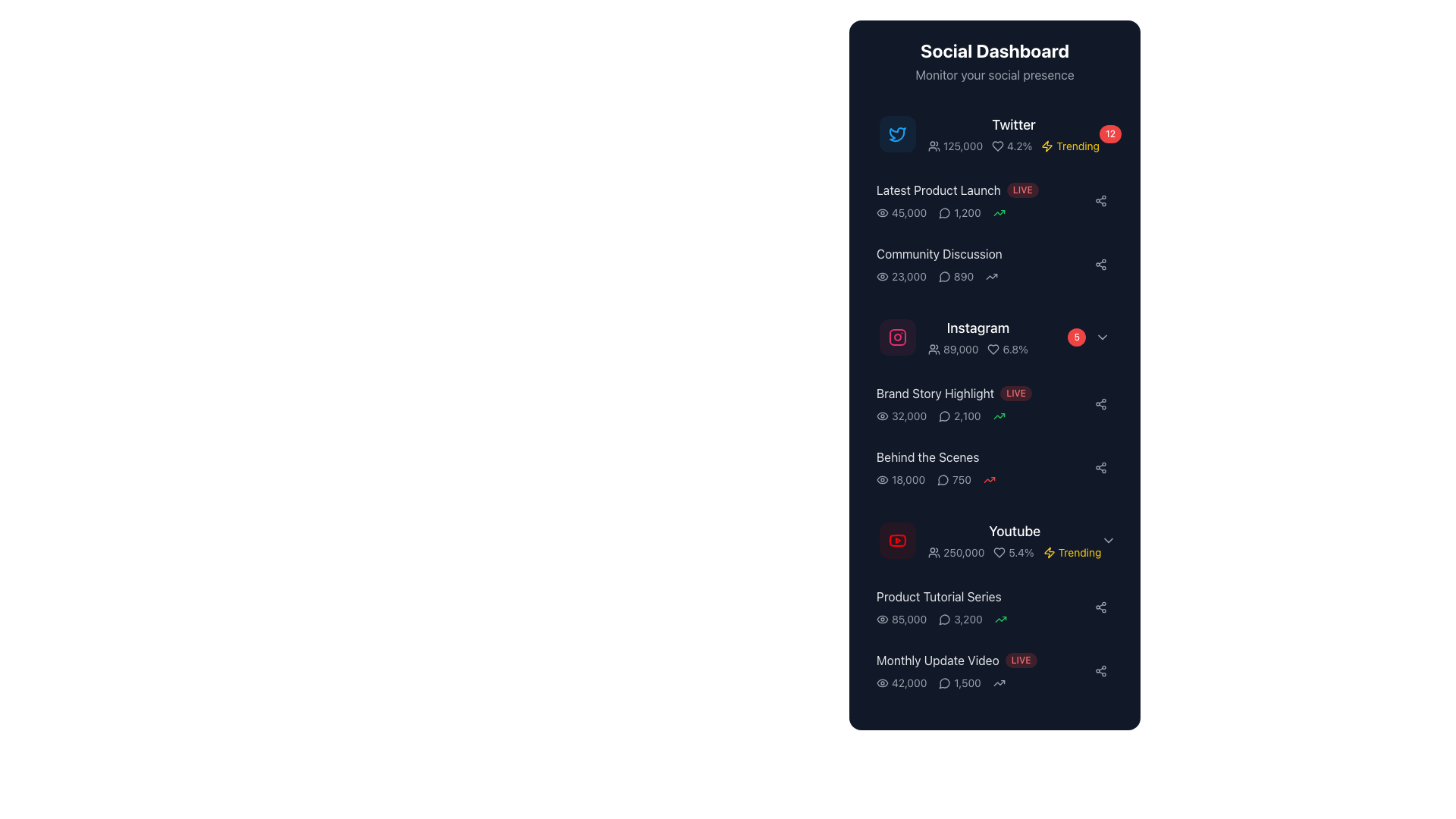 The width and height of the screenshot is (1456, 819). I want to click on the icons in the Statistical data group related to the 'Product Tutorial Series' section, which displays metrics such as views and comments, so click(983, 620).